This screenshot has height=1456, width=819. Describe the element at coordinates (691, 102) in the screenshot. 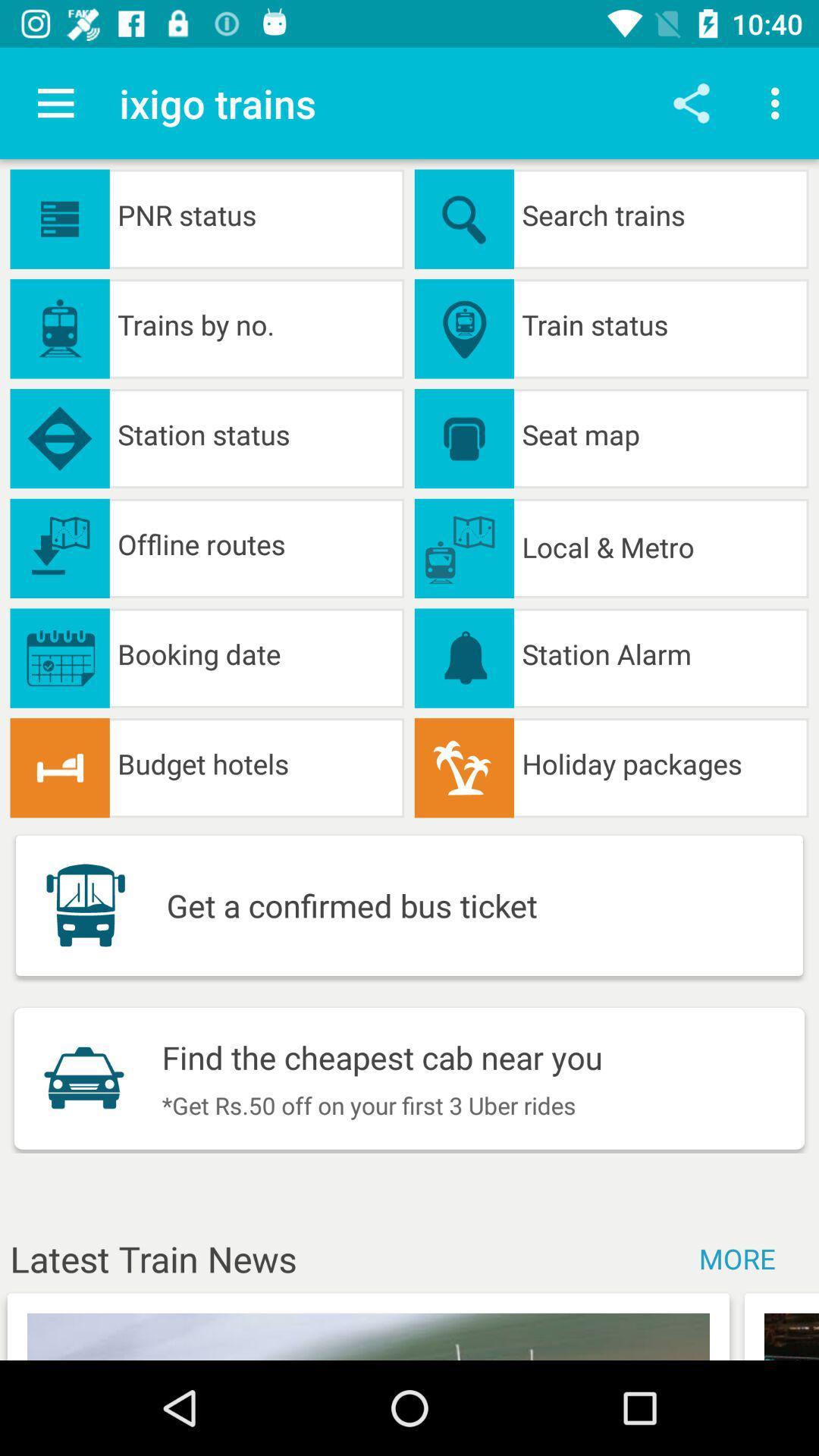

I see `share button` at that location.